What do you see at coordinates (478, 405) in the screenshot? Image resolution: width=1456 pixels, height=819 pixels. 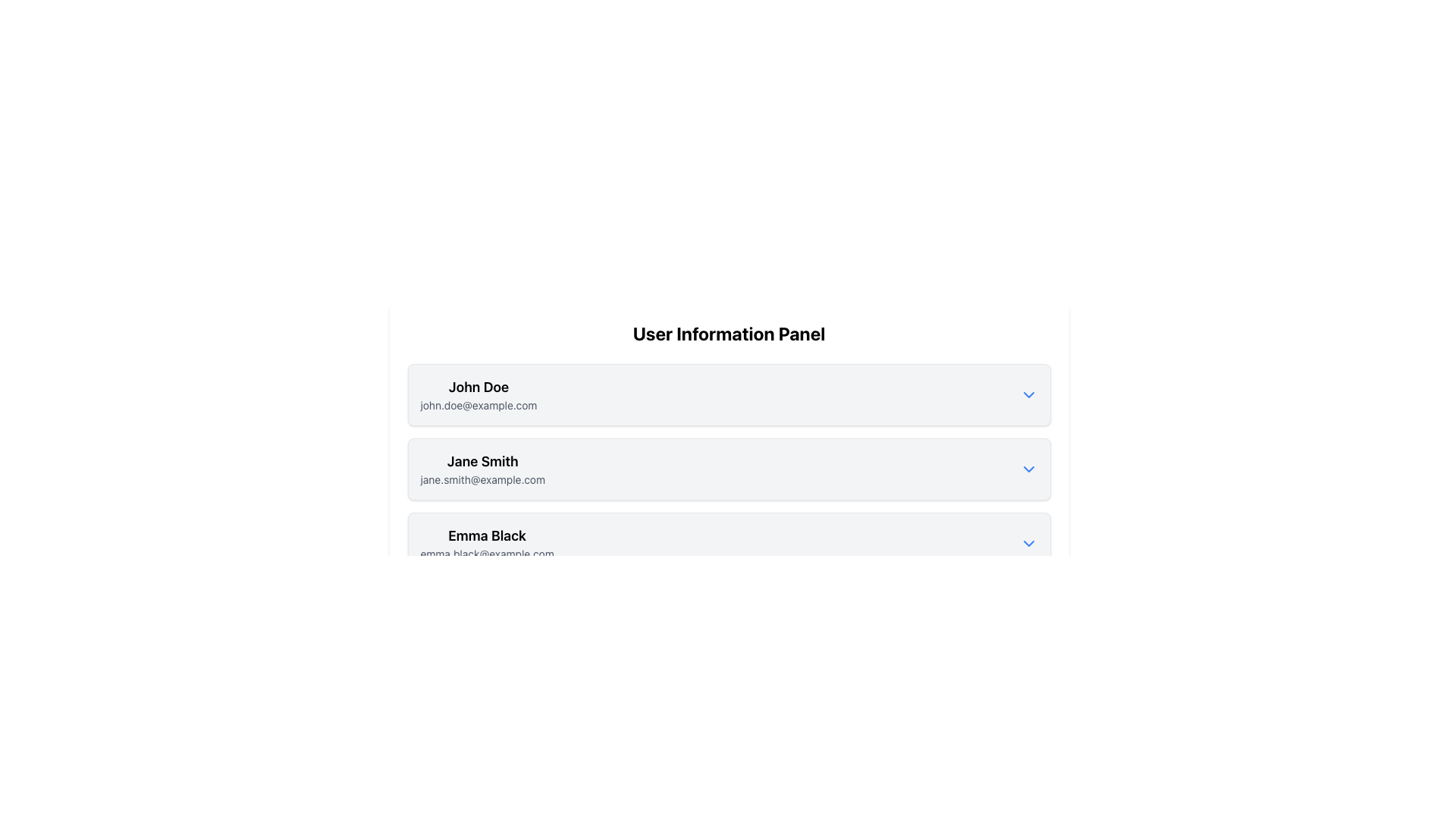 I see `the text display component that shows the email address 'john.doe@example.com', which is located below the name 'John Doe' in the user information panel` at bounding box center [478, 405].